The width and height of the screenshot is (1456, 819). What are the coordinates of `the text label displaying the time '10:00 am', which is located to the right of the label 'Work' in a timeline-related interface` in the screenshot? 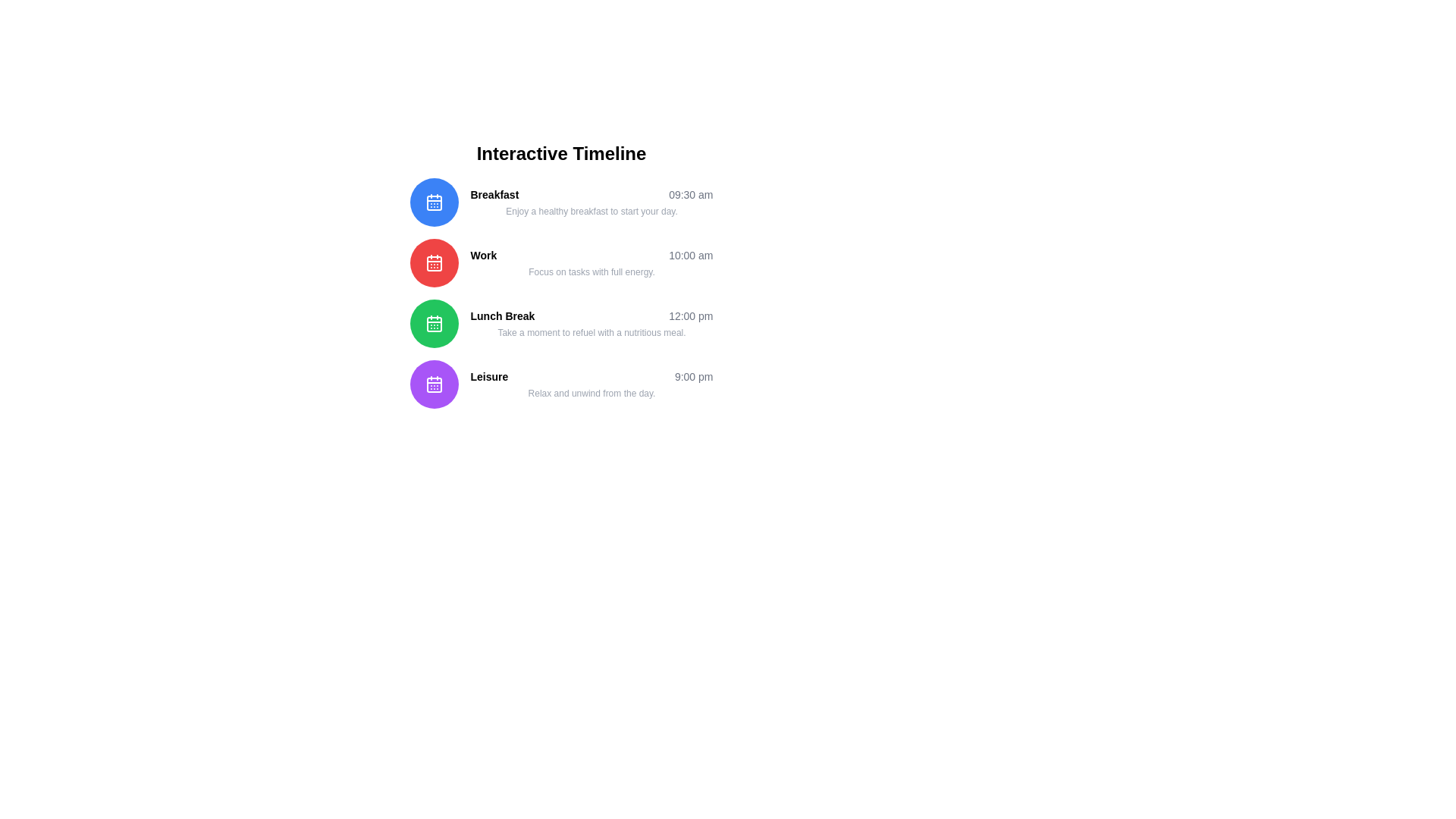 It's located at (690, 254).